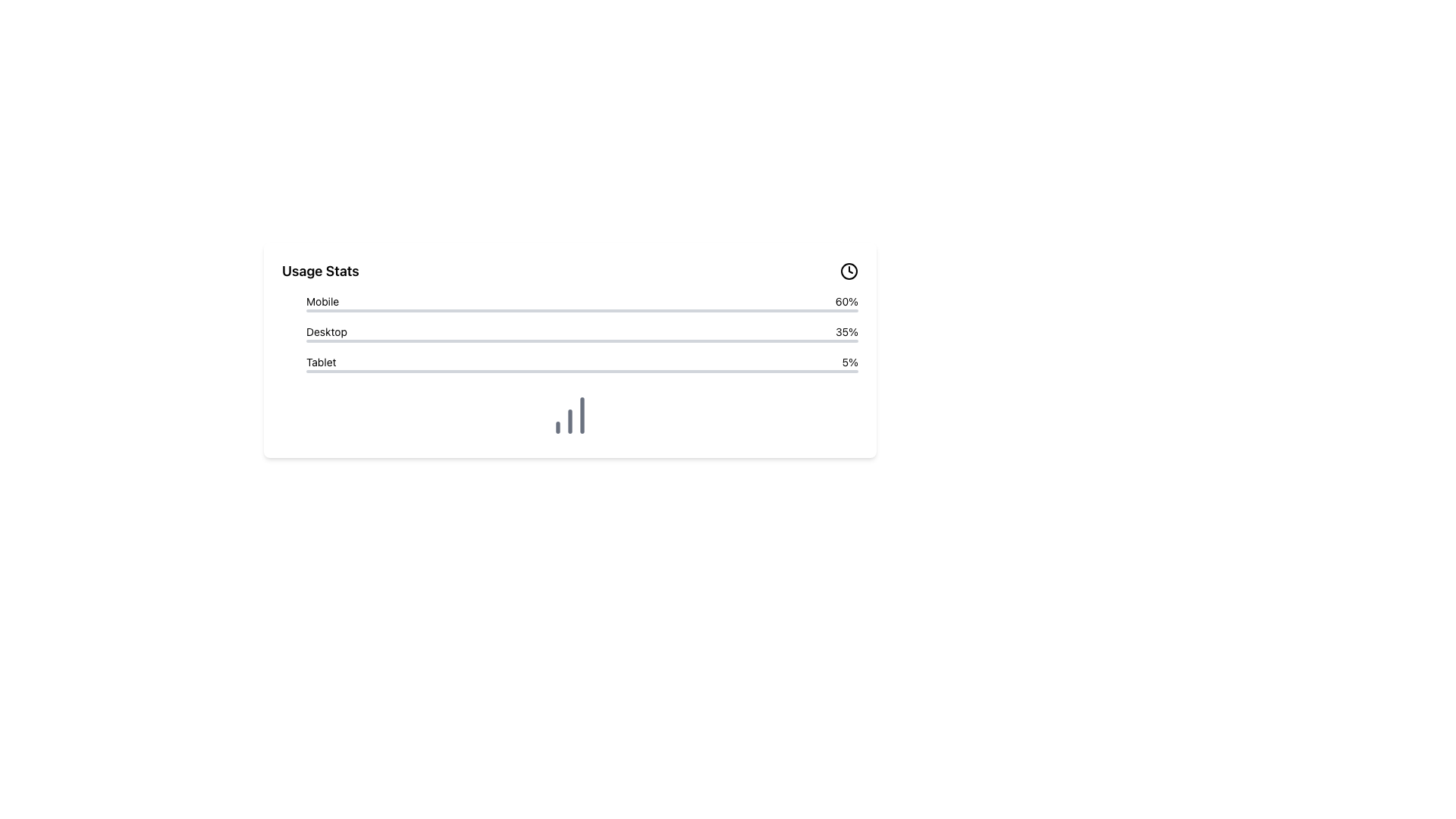 The height and width of the screenshot is (819, 1456). I want to click on the red progress bar indicating mobile usage within the usage statistics panel, so click(471, 309).